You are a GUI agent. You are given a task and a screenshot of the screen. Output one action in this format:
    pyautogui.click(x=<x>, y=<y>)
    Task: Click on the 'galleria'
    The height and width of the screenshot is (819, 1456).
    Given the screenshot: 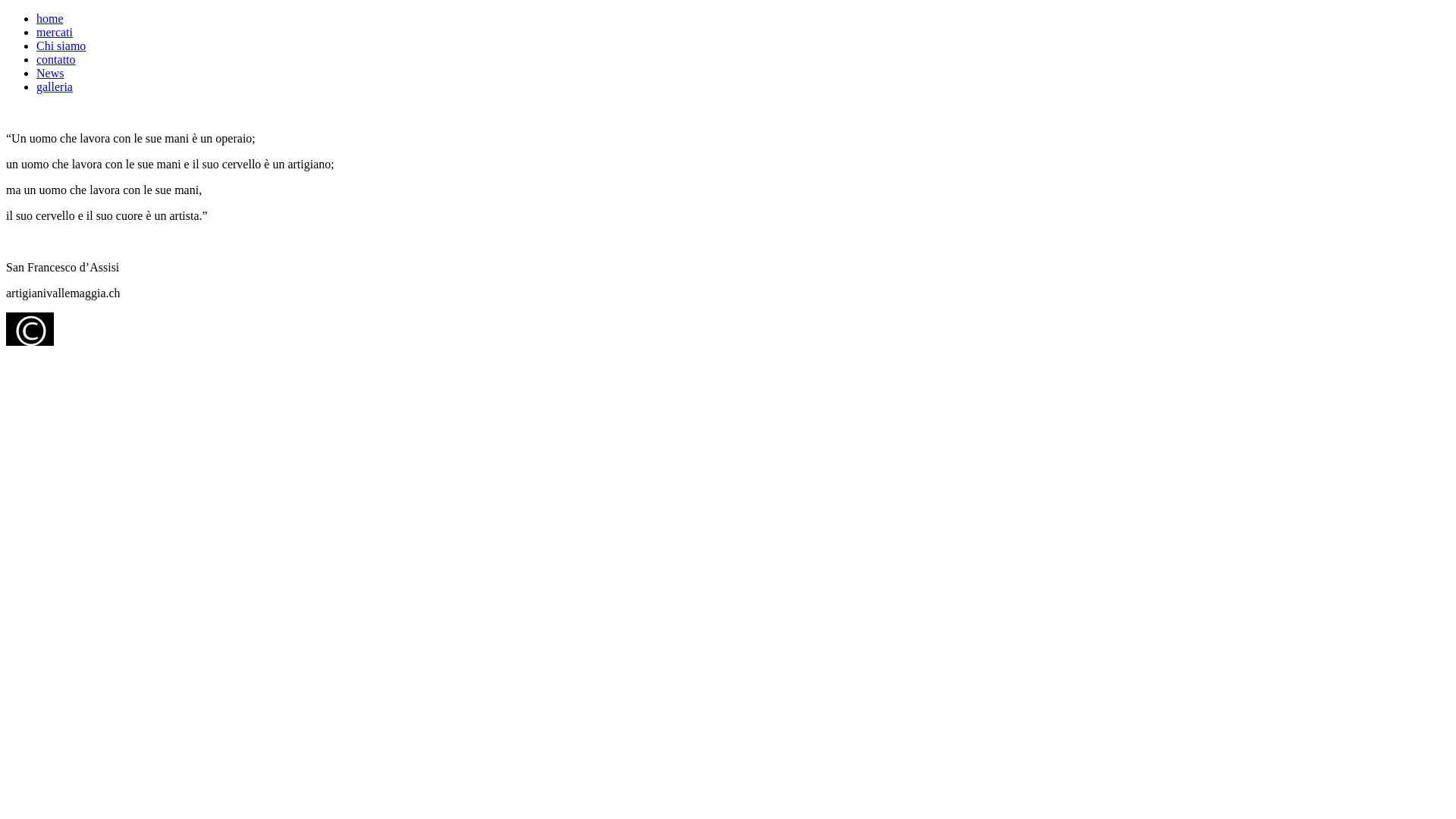 What is the action you would take?
    pyautogui.click(x=55, y=86)
    